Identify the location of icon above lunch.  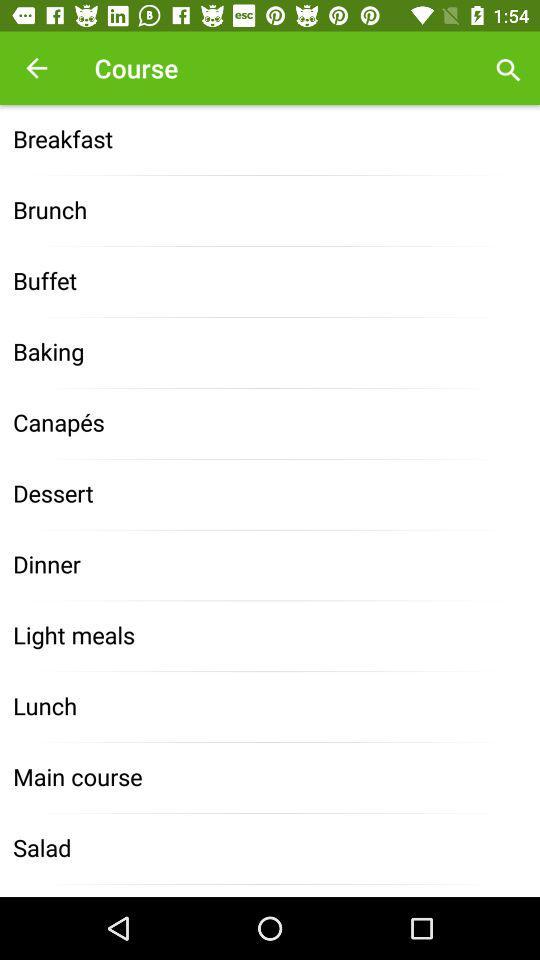
(270, 635).